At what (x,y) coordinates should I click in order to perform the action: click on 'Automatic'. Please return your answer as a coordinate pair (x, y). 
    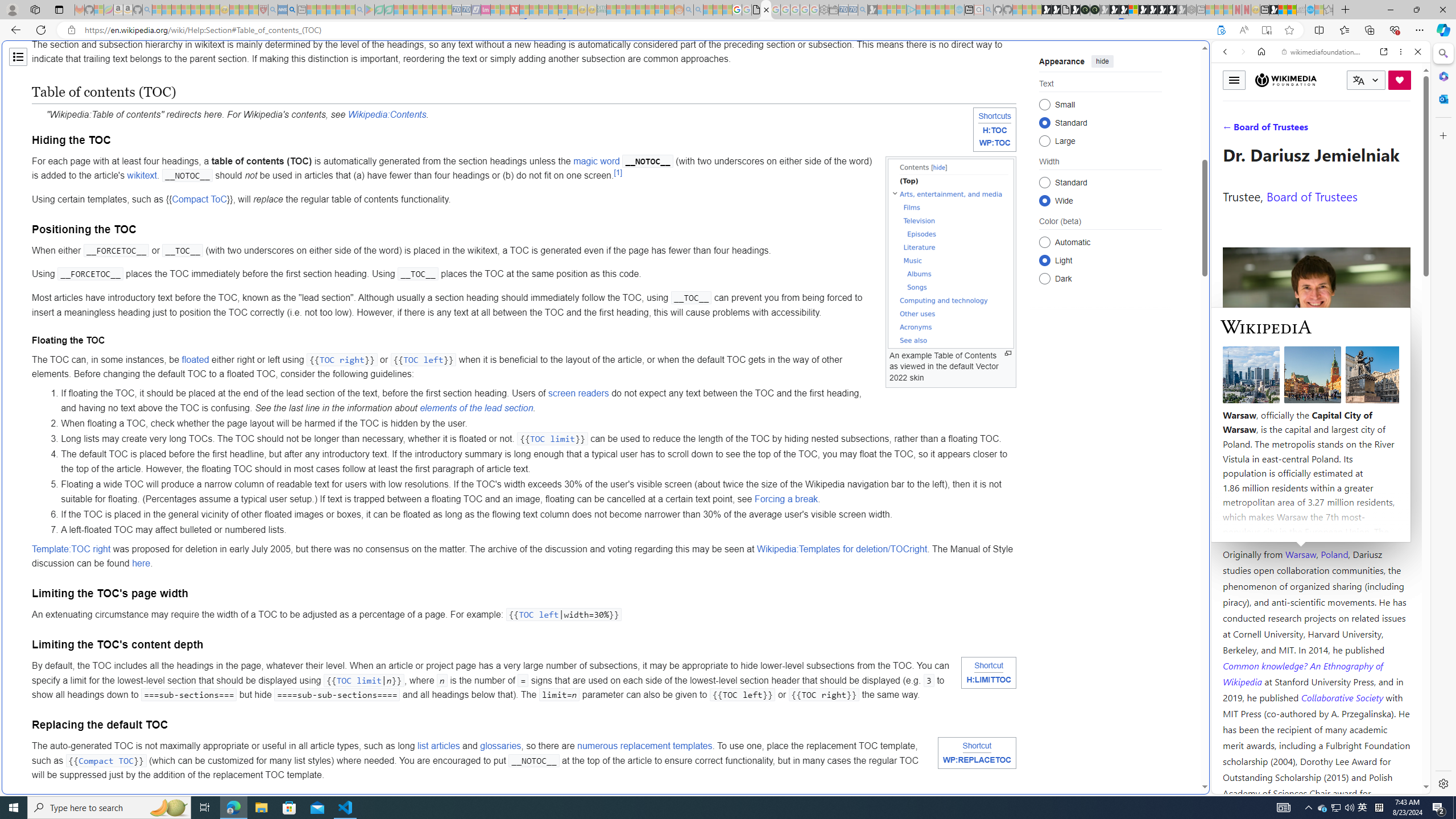
    Looking at the image, I should click on (1044, 242).